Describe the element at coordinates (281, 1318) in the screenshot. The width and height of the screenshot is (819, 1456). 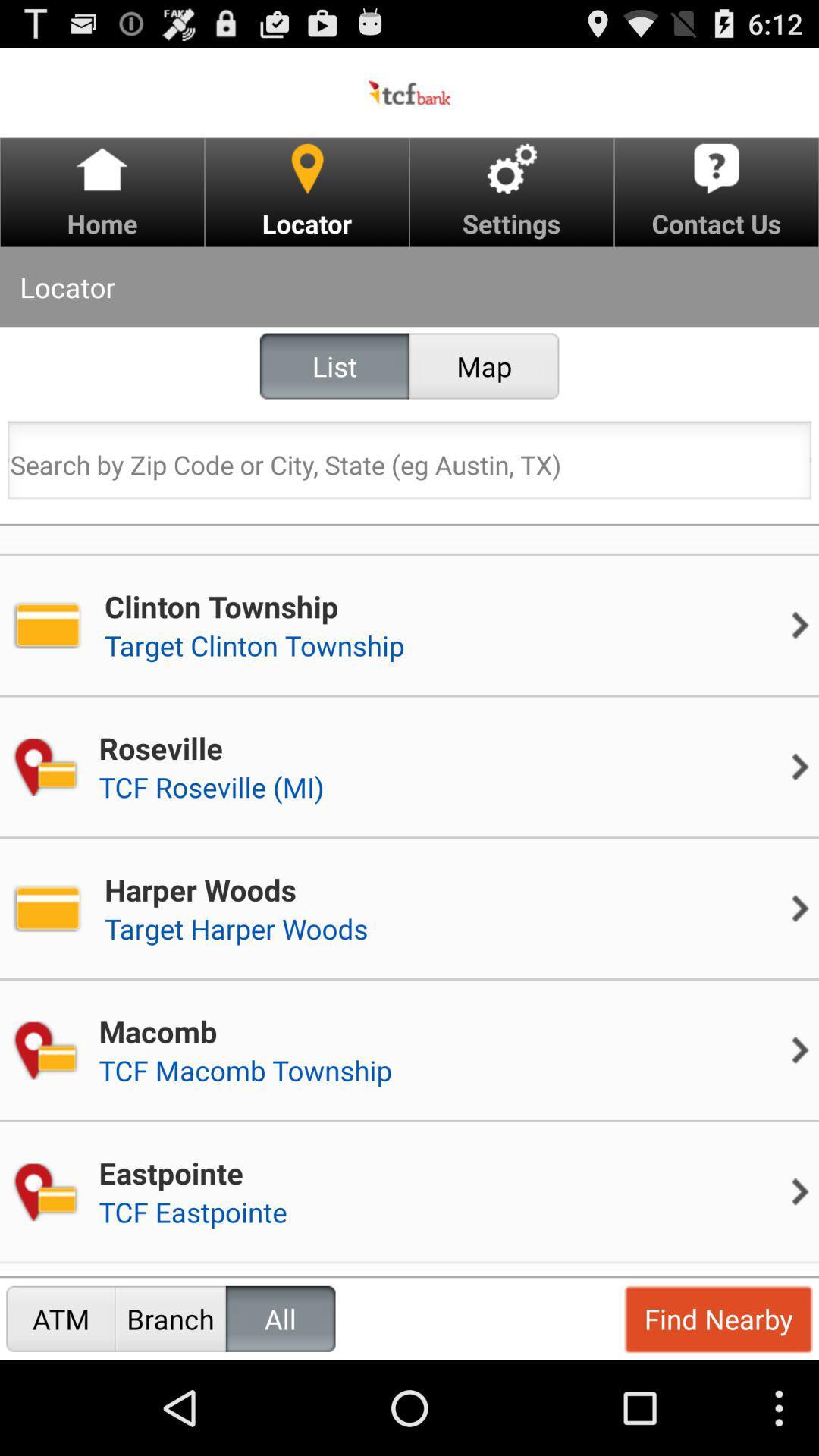
I see `the item next to the branch icon` at that location.